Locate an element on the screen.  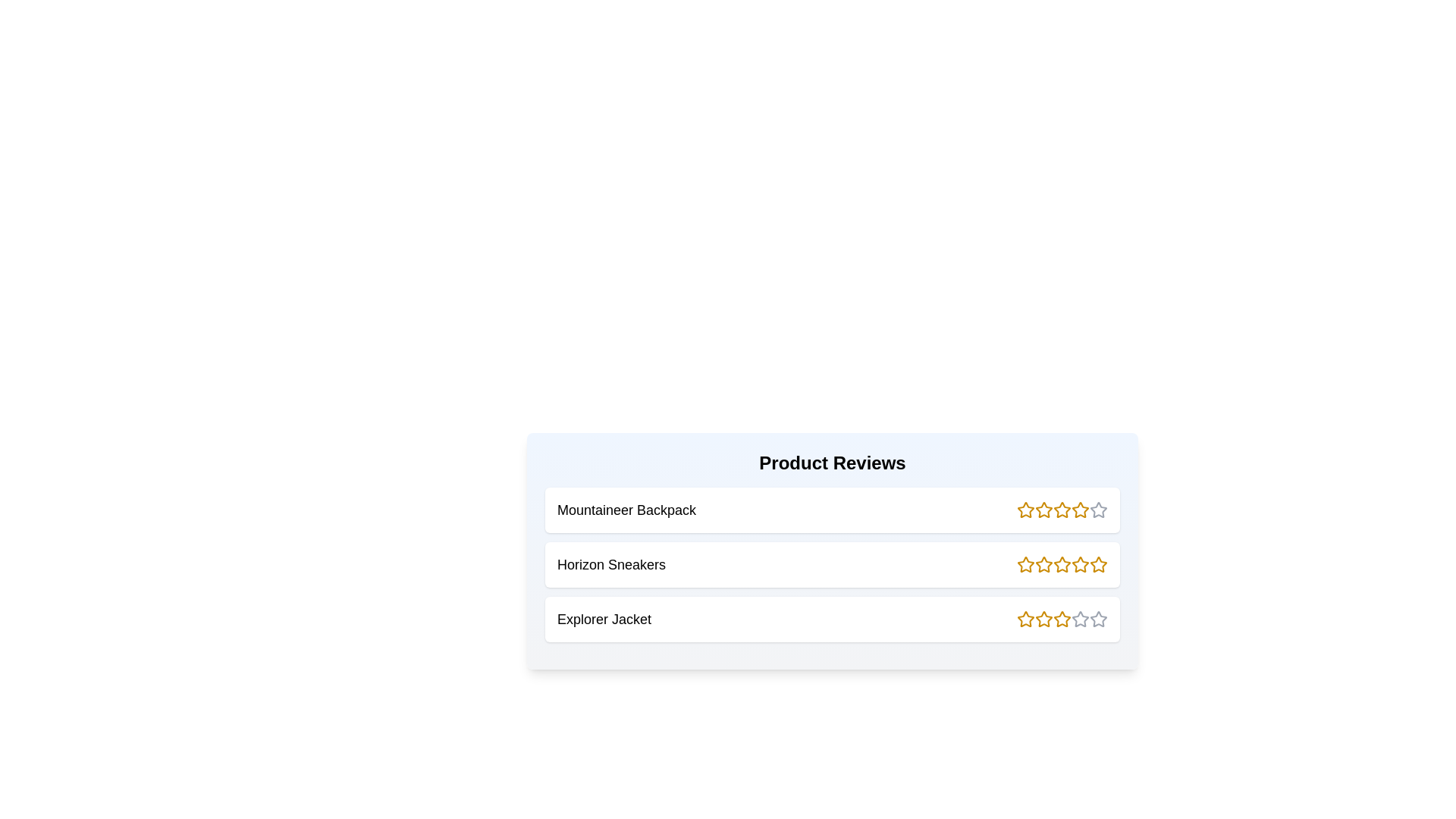
the rating of a product to 1 stars by clicking the corresponding star icon for the product Explorer Jacket is located at coordinates (1026, 620).